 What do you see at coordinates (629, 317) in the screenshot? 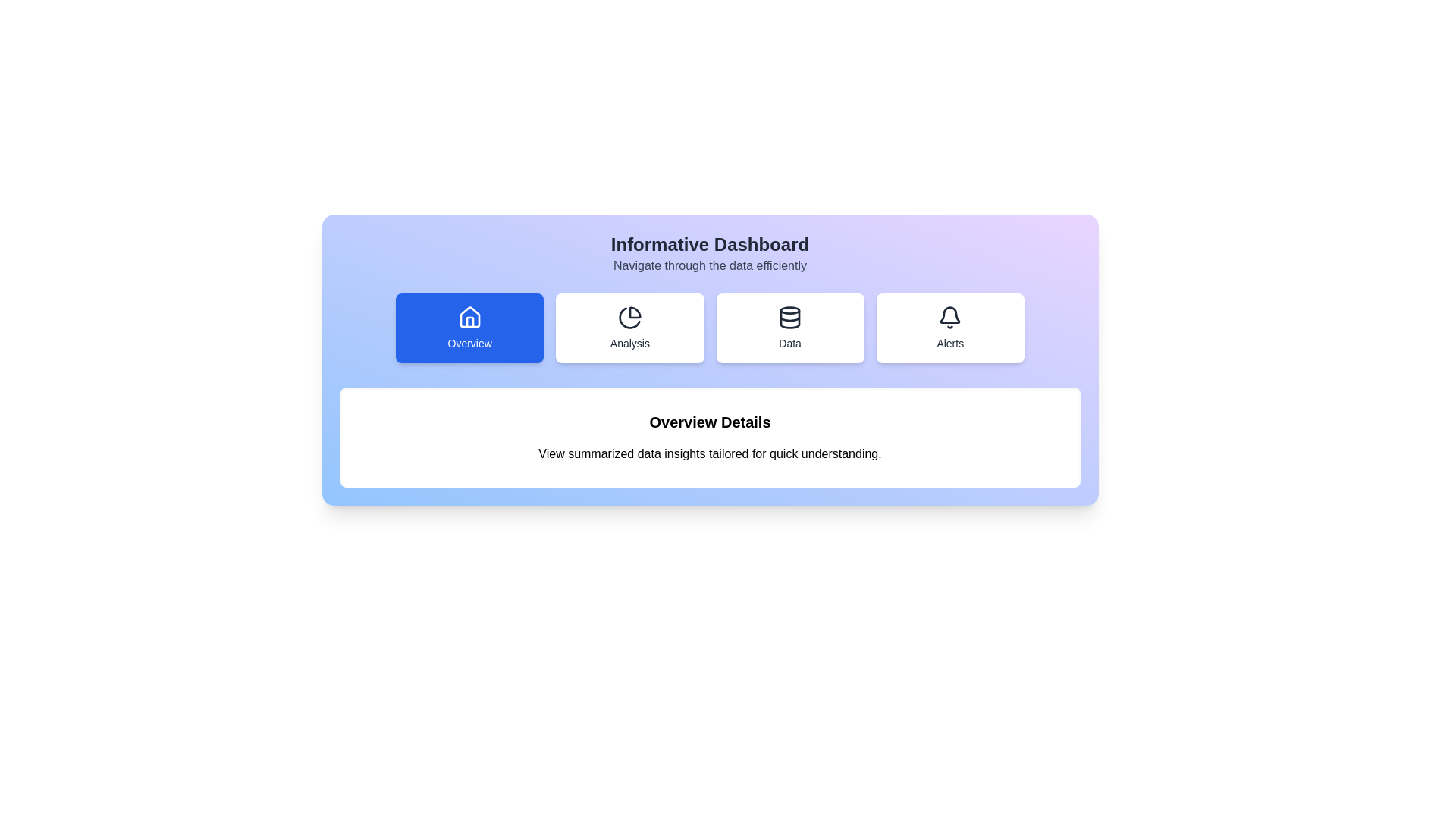
I see `the pie chart icon, which is a line art styled icon located in the Analysis section above the 'Analysis' text label` at bounding box center [629, 317].